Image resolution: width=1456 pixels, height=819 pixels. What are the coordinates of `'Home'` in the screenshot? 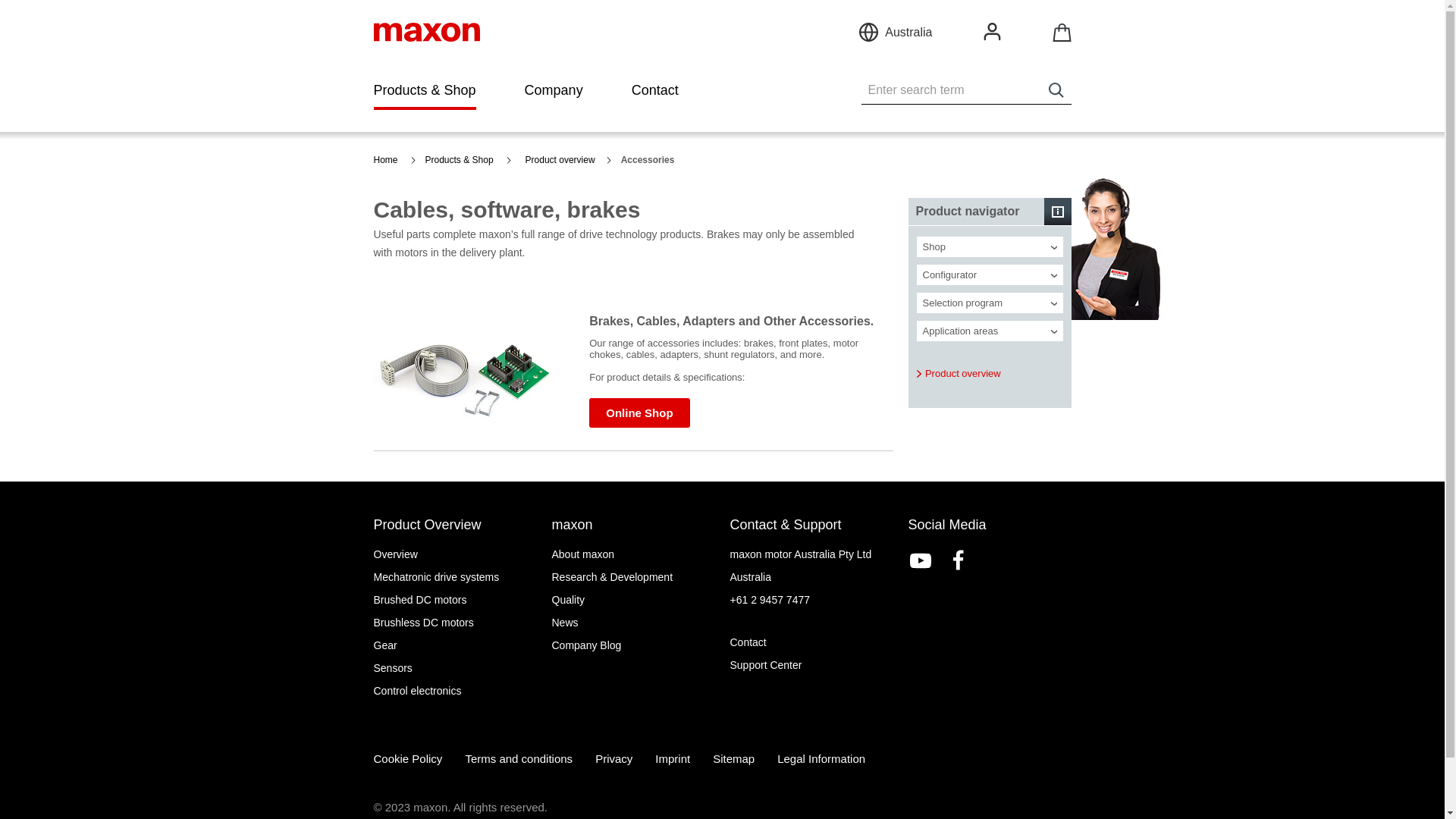 It's located at (394, 160).